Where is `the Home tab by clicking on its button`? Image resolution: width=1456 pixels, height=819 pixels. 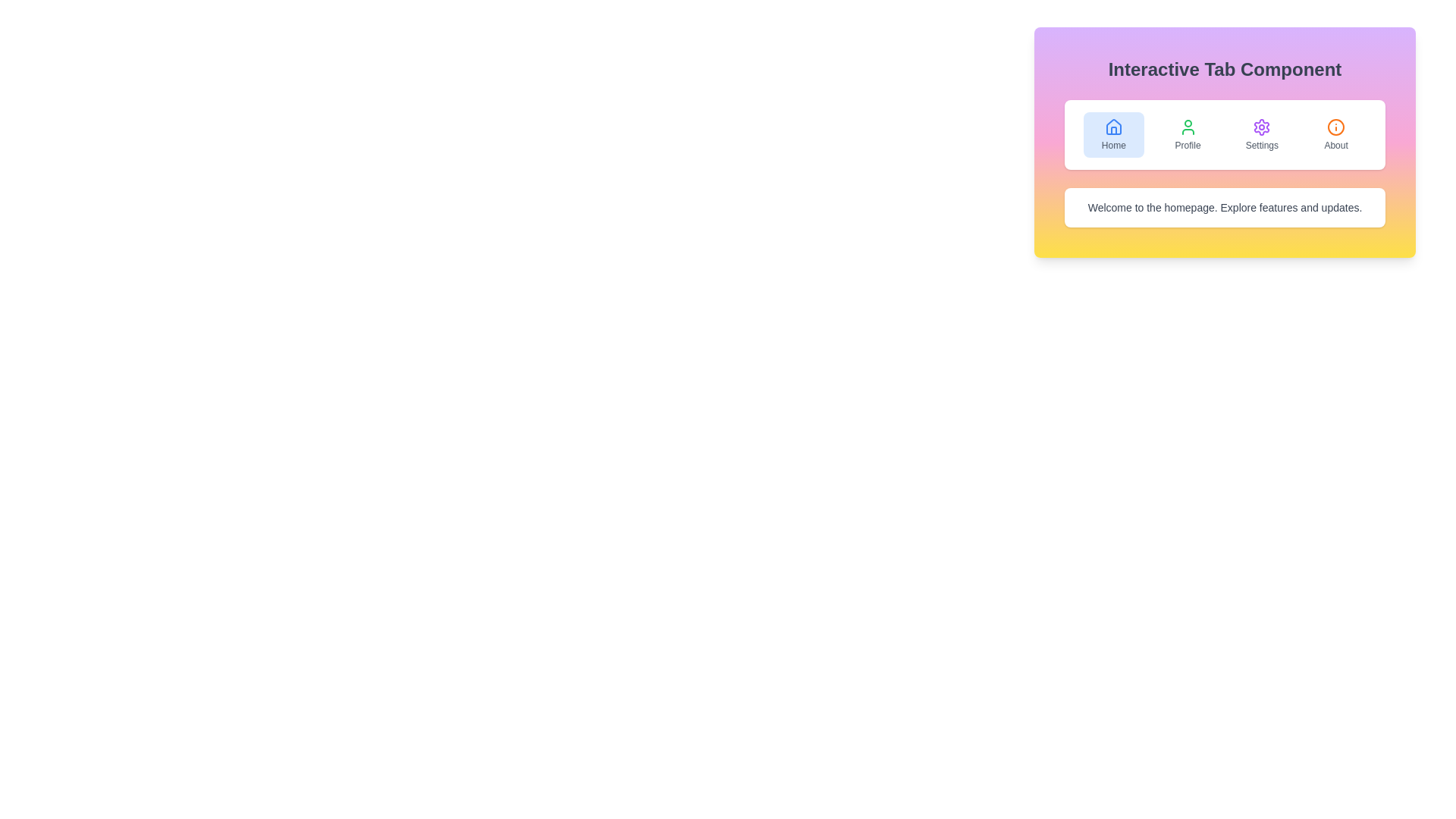
the Home tab by clicking on its button is located at coordinates (1113, 133).